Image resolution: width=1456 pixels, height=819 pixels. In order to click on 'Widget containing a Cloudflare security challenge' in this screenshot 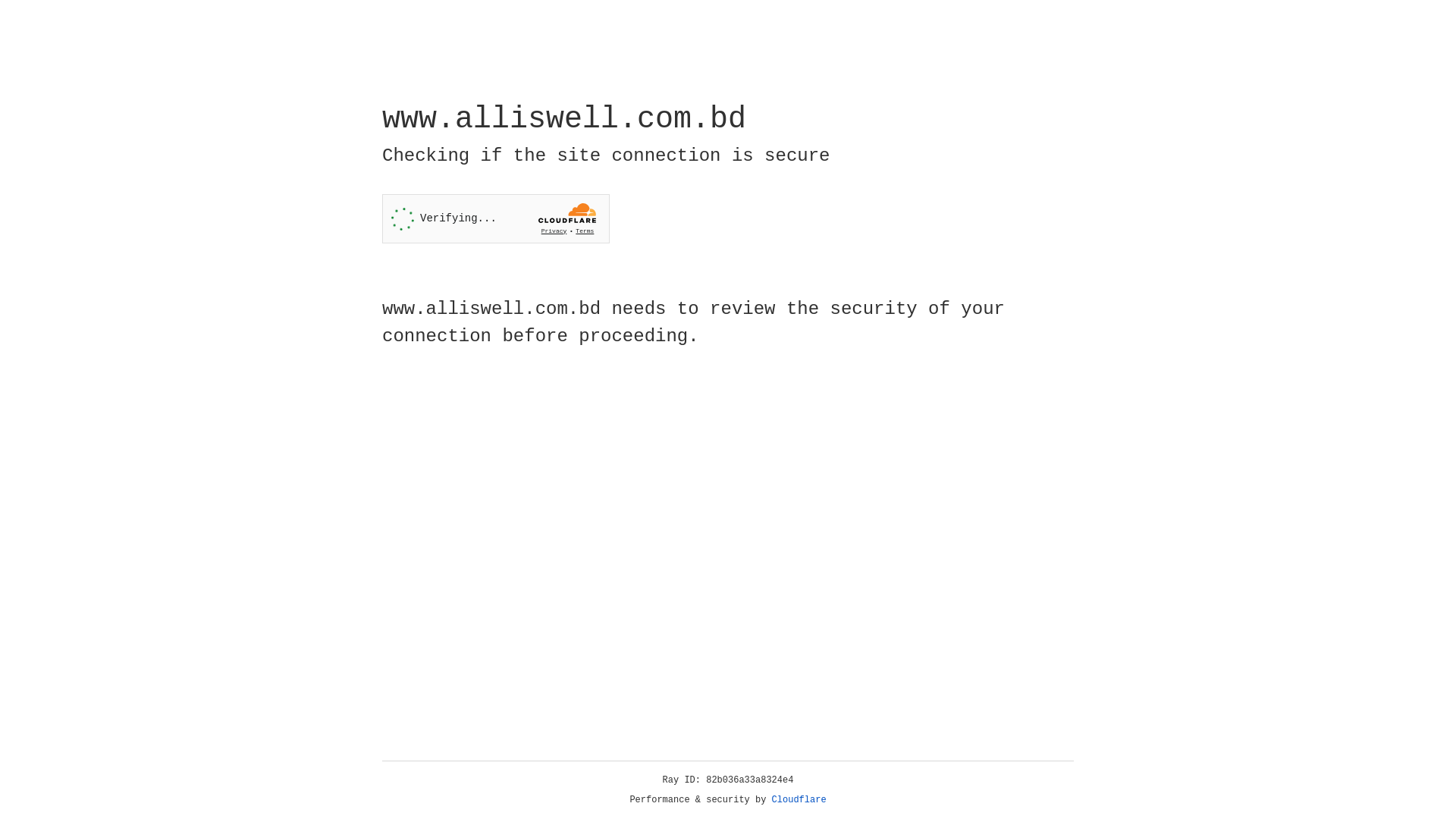, I will do `click(495, 218)`.